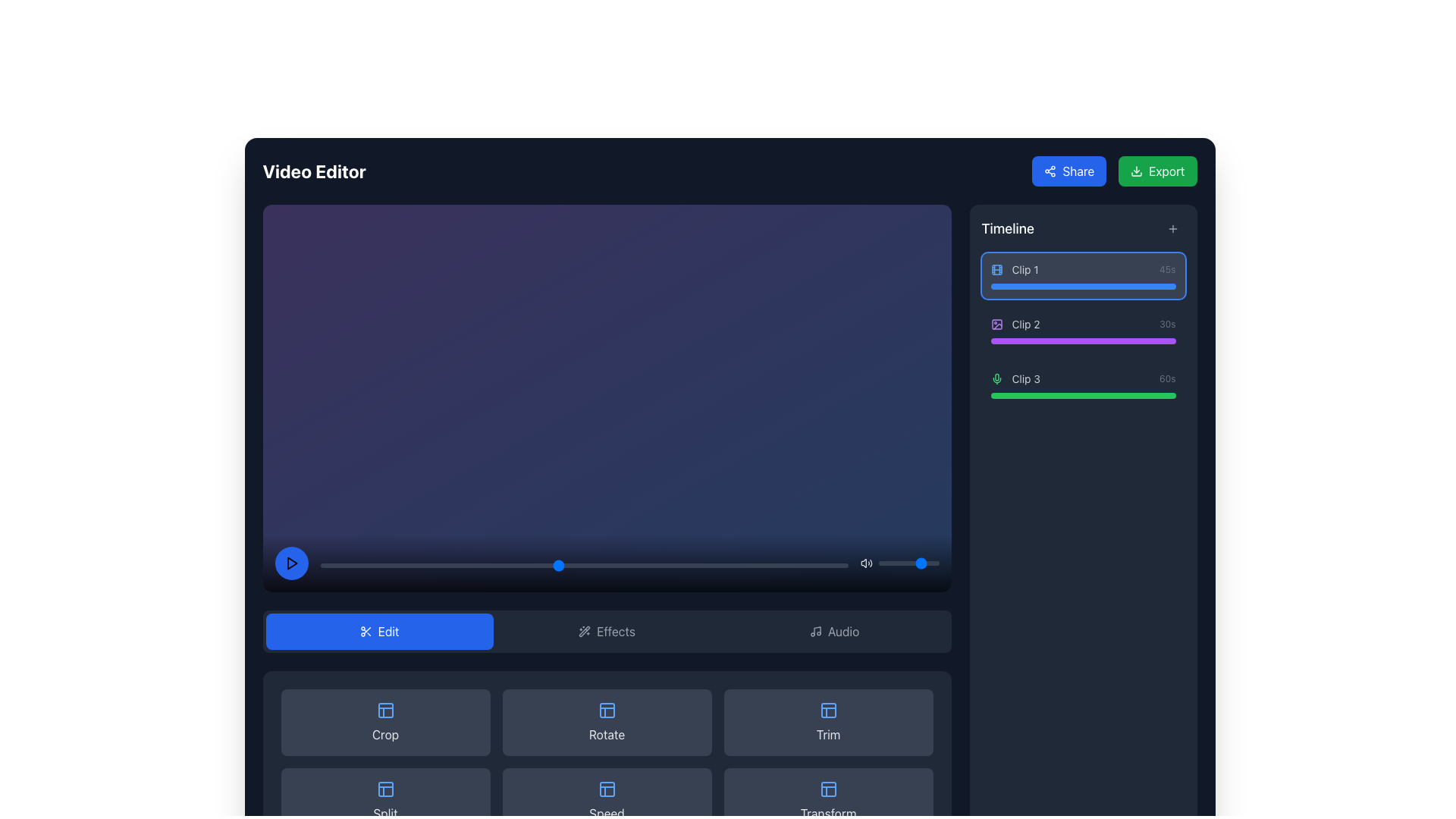 This screenshot has width=1456, height=819. What do you see at coordinates (1082, 275) in the screenshot?
I see `the first timeline entry for 'Clip 1' in the video editor, which displays the title and duration, located at the top of the 'Timeline' section` at bounding box center [1082, 275].